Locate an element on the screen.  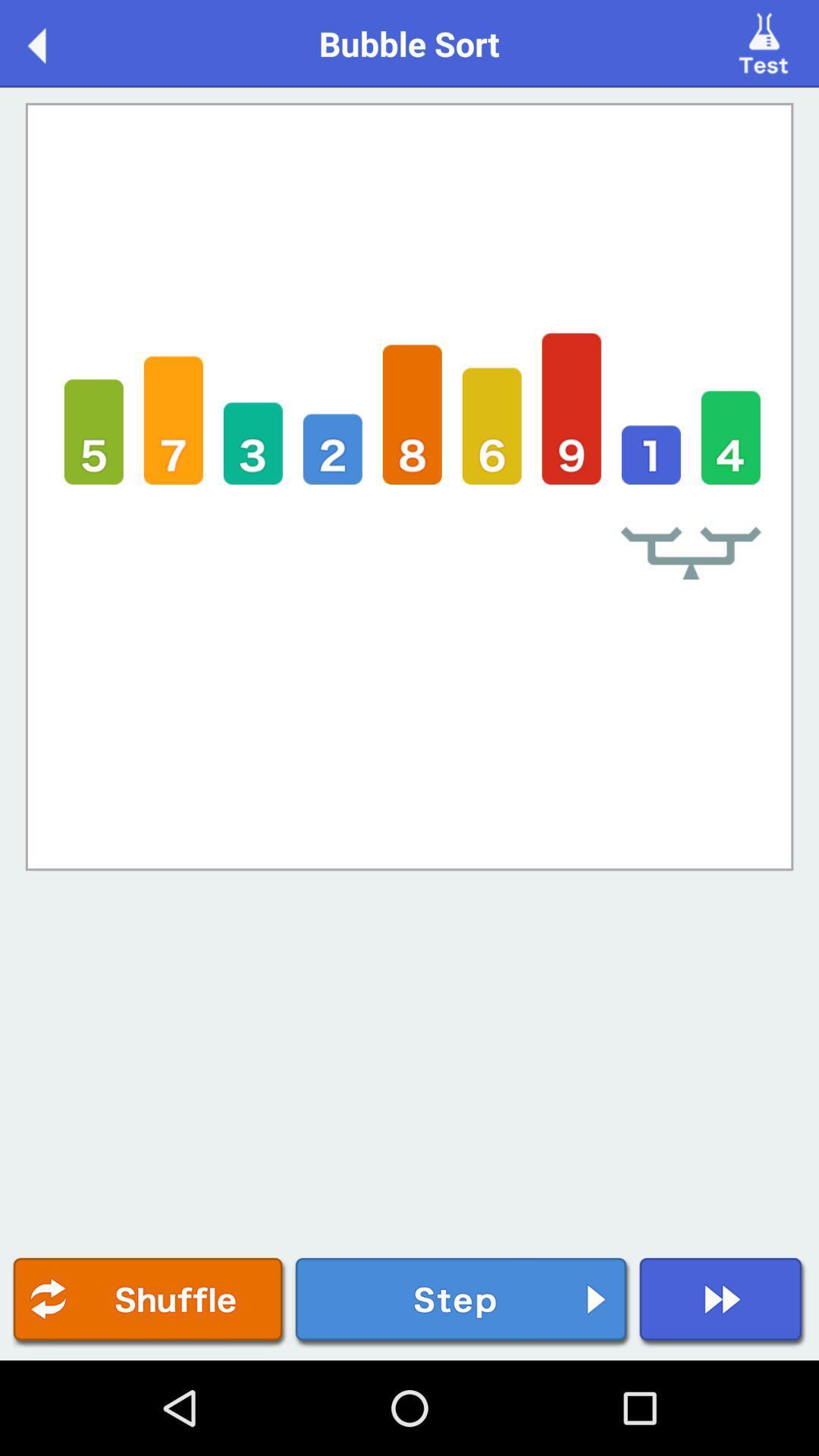
icon to the left of the bubble sort is located at coordinates (52, 42).